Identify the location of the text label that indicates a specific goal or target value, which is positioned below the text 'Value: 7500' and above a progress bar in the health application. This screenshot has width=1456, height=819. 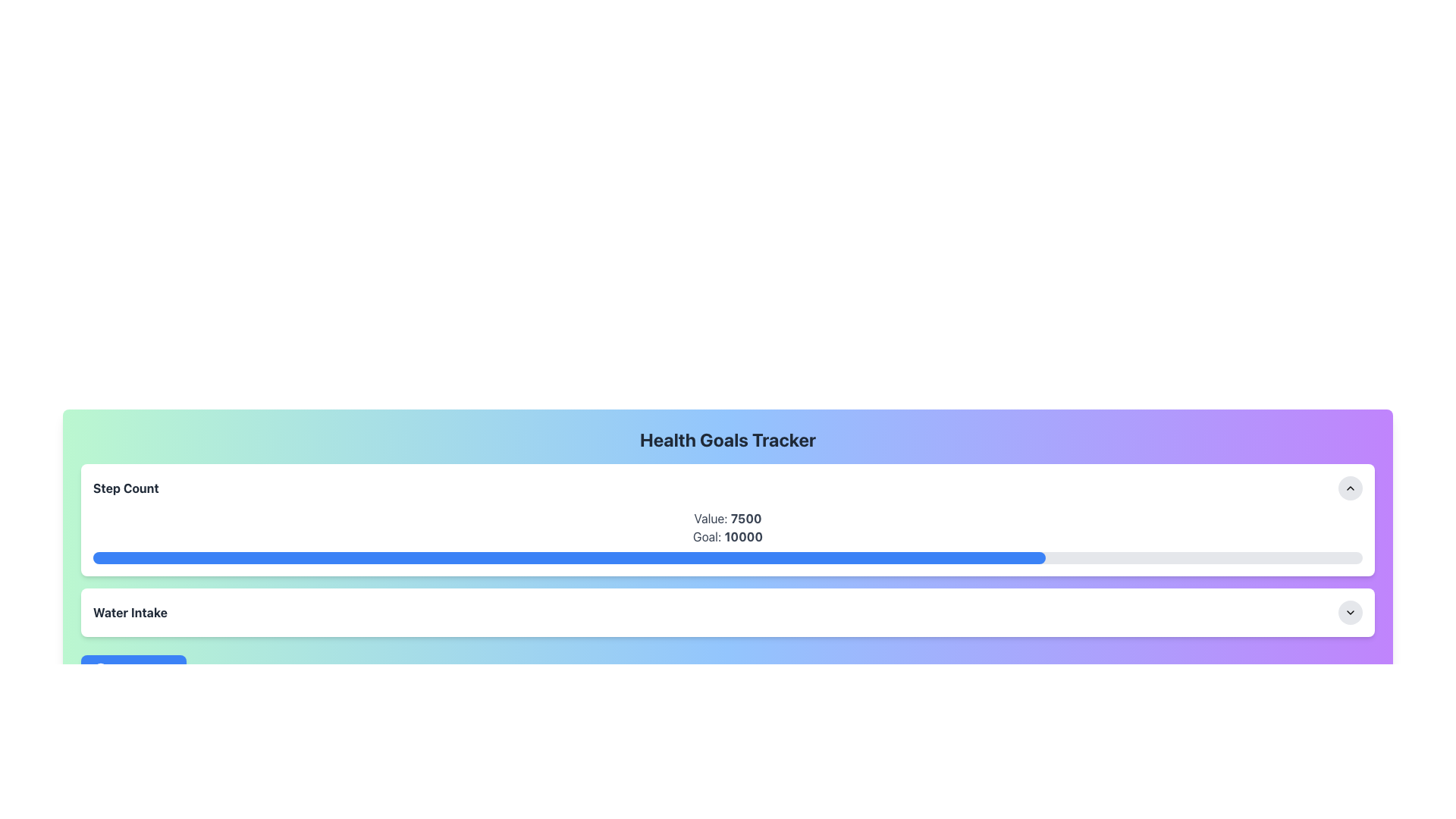
(728, 536).